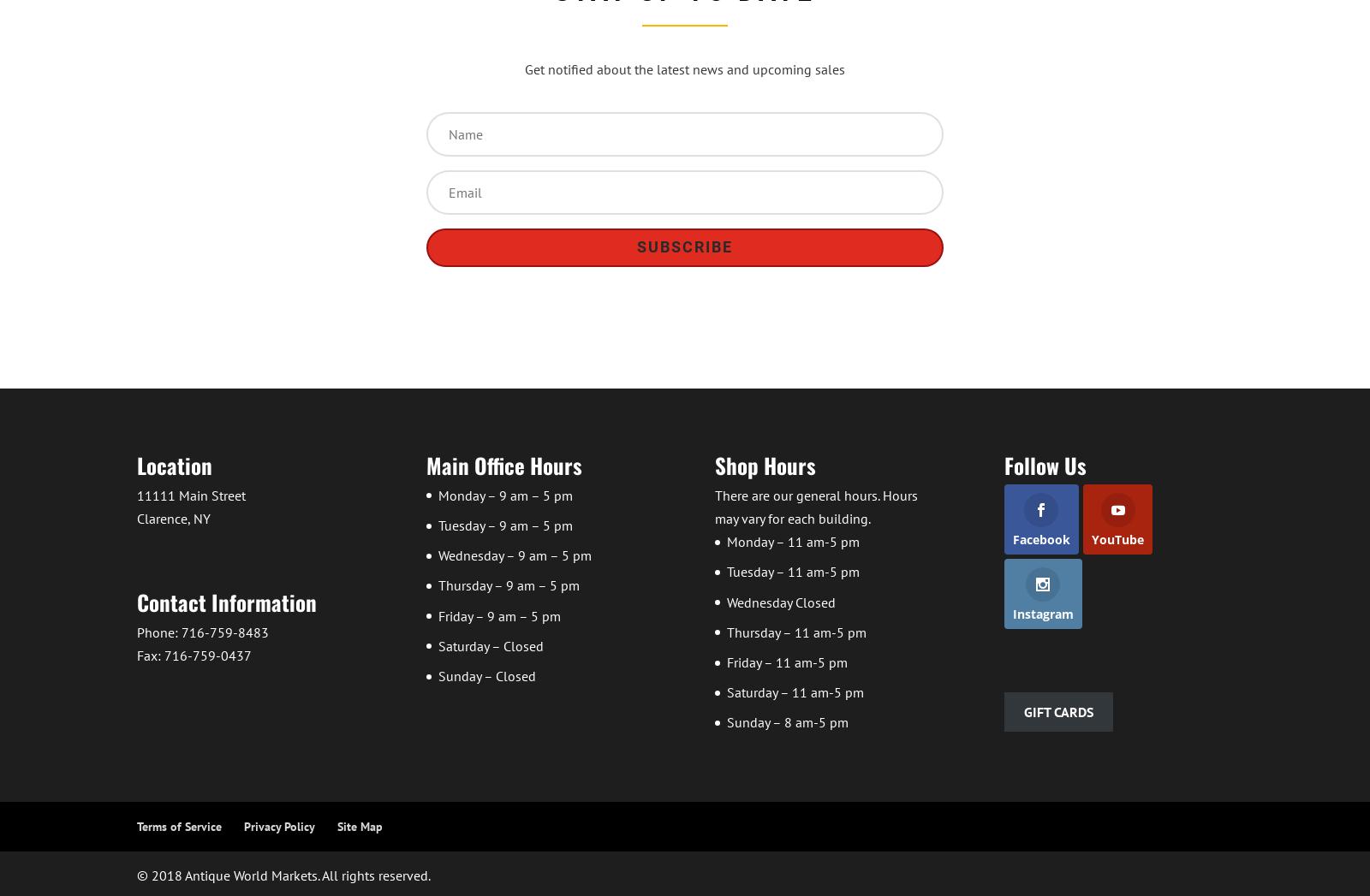 The image size is (1370, 896). What do you see at coordinates (283, 875) in the screenshot?
I see `'© 2018 Antique World Markets. All rights reserved.'` at bounding box center [283, 875].